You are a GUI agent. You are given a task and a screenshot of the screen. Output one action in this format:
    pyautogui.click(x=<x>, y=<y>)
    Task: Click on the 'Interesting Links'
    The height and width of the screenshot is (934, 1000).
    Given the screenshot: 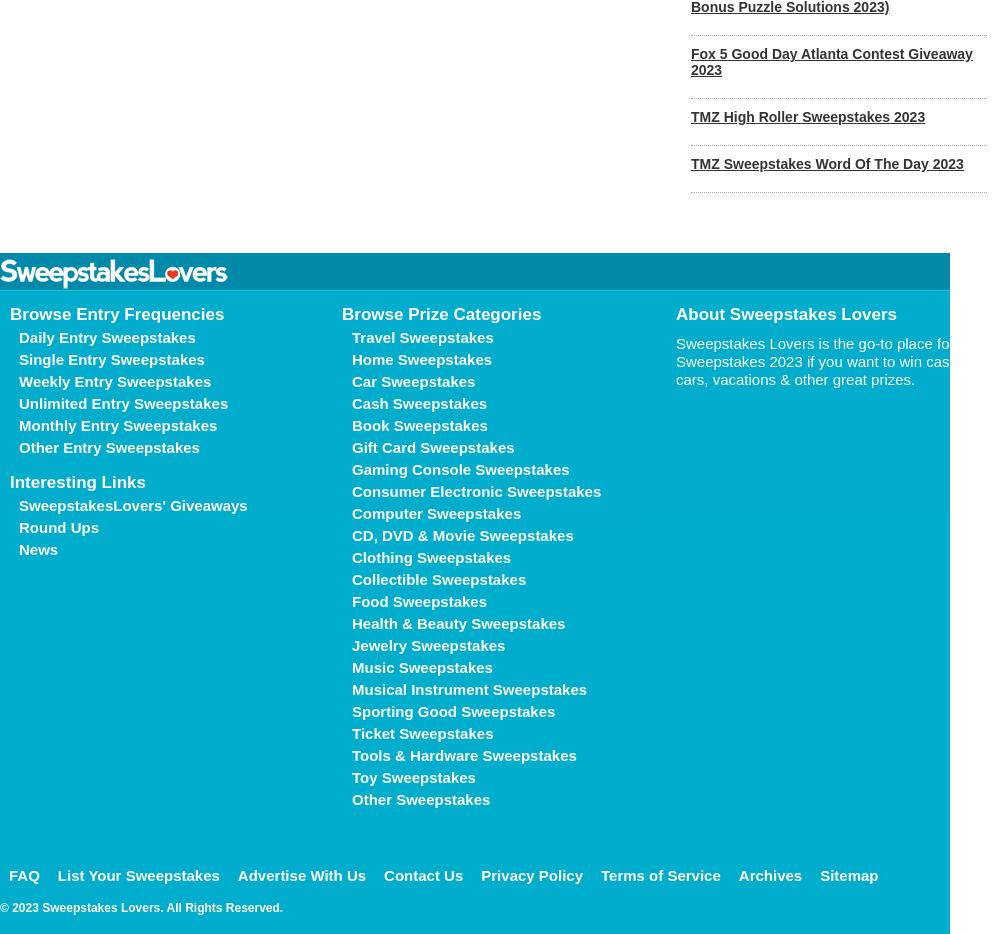 What is the action you would take?
    pyautogui.click(x=77, y=481)
    